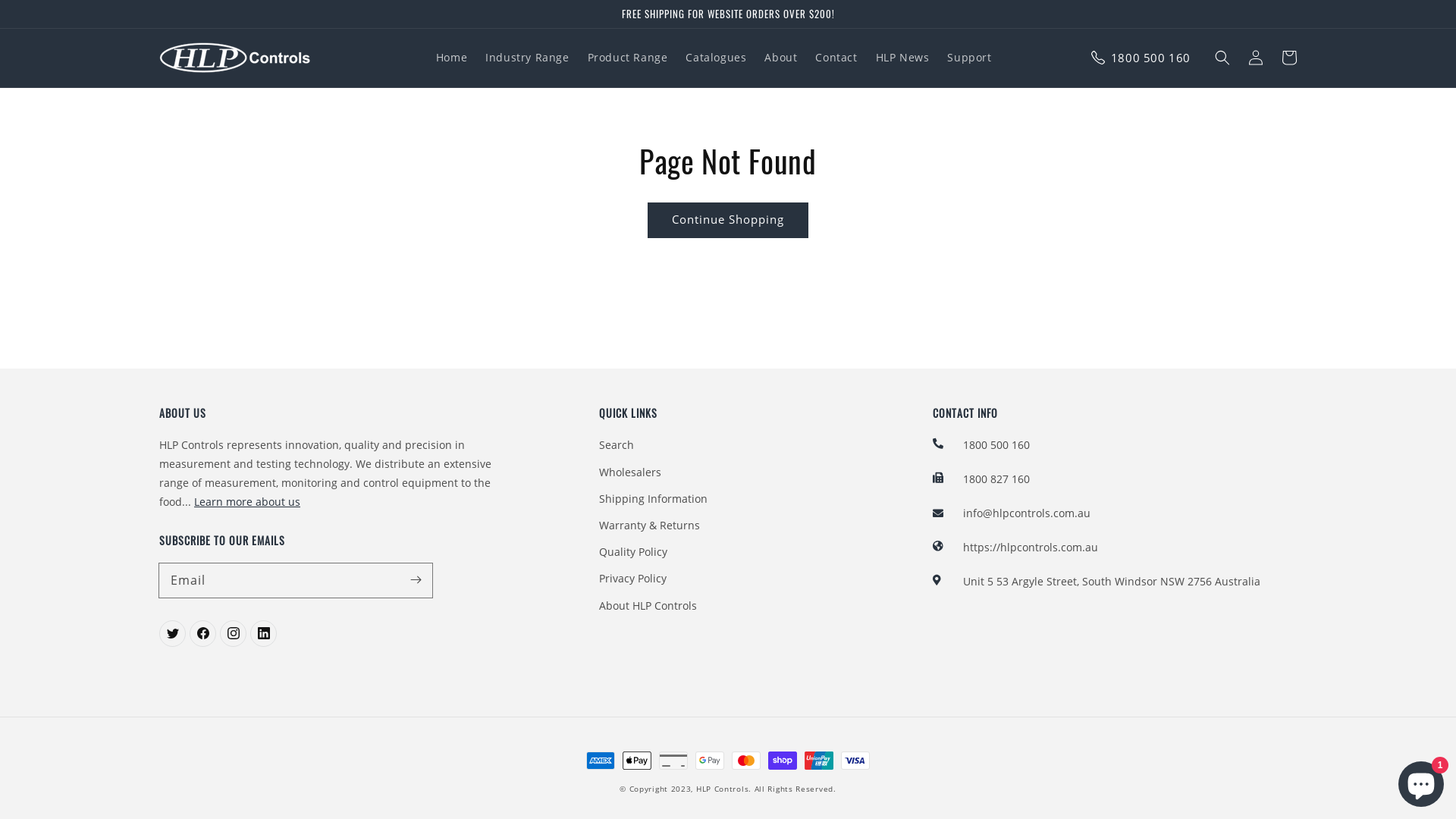 The width and height of the screenshot is (1456, 819). Describe the element at coordinates (835, 57) in the screenshot. I see `'Contact'` at that location.